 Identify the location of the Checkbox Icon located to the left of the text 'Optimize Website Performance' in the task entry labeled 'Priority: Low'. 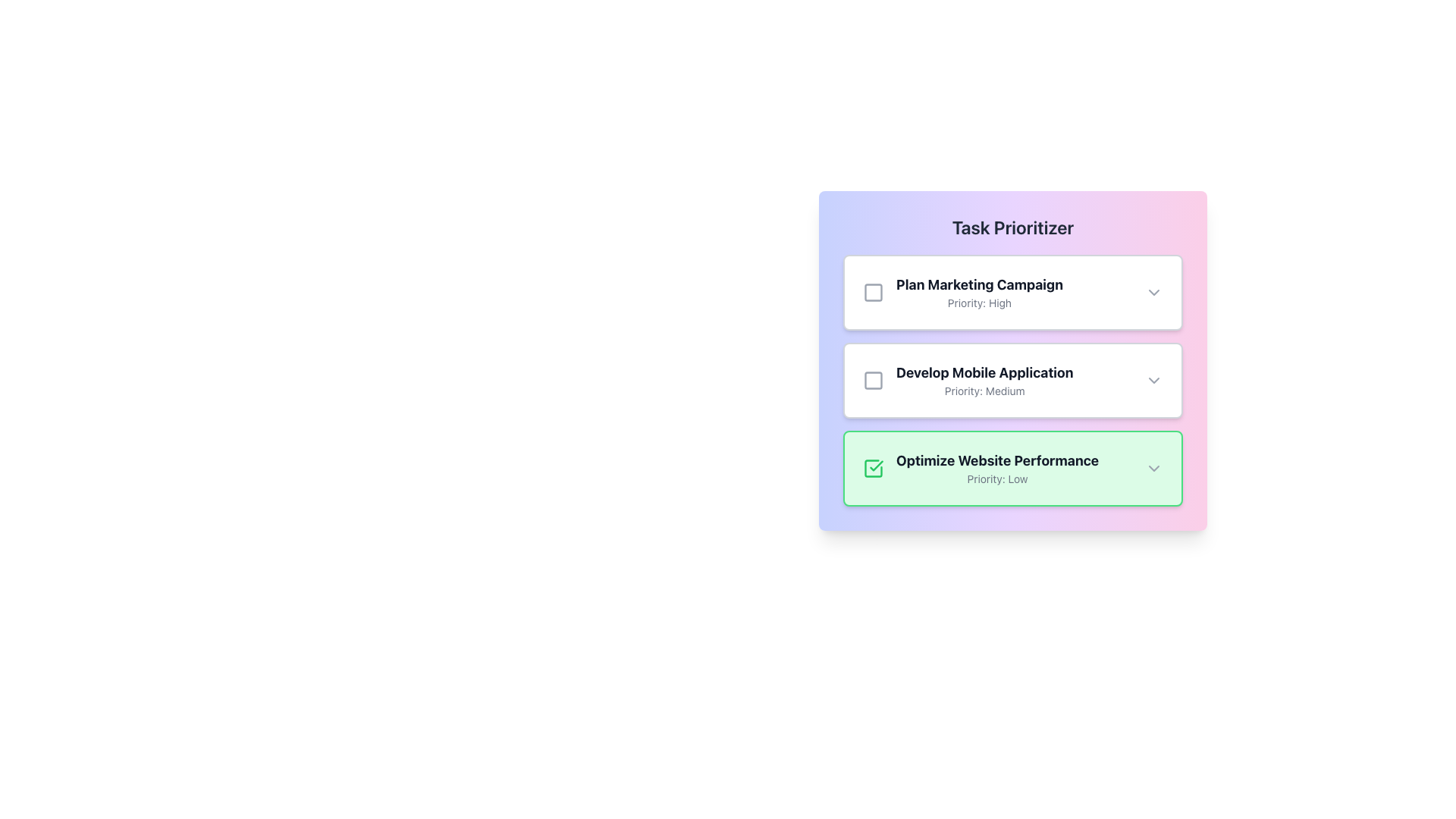
(874, 467).